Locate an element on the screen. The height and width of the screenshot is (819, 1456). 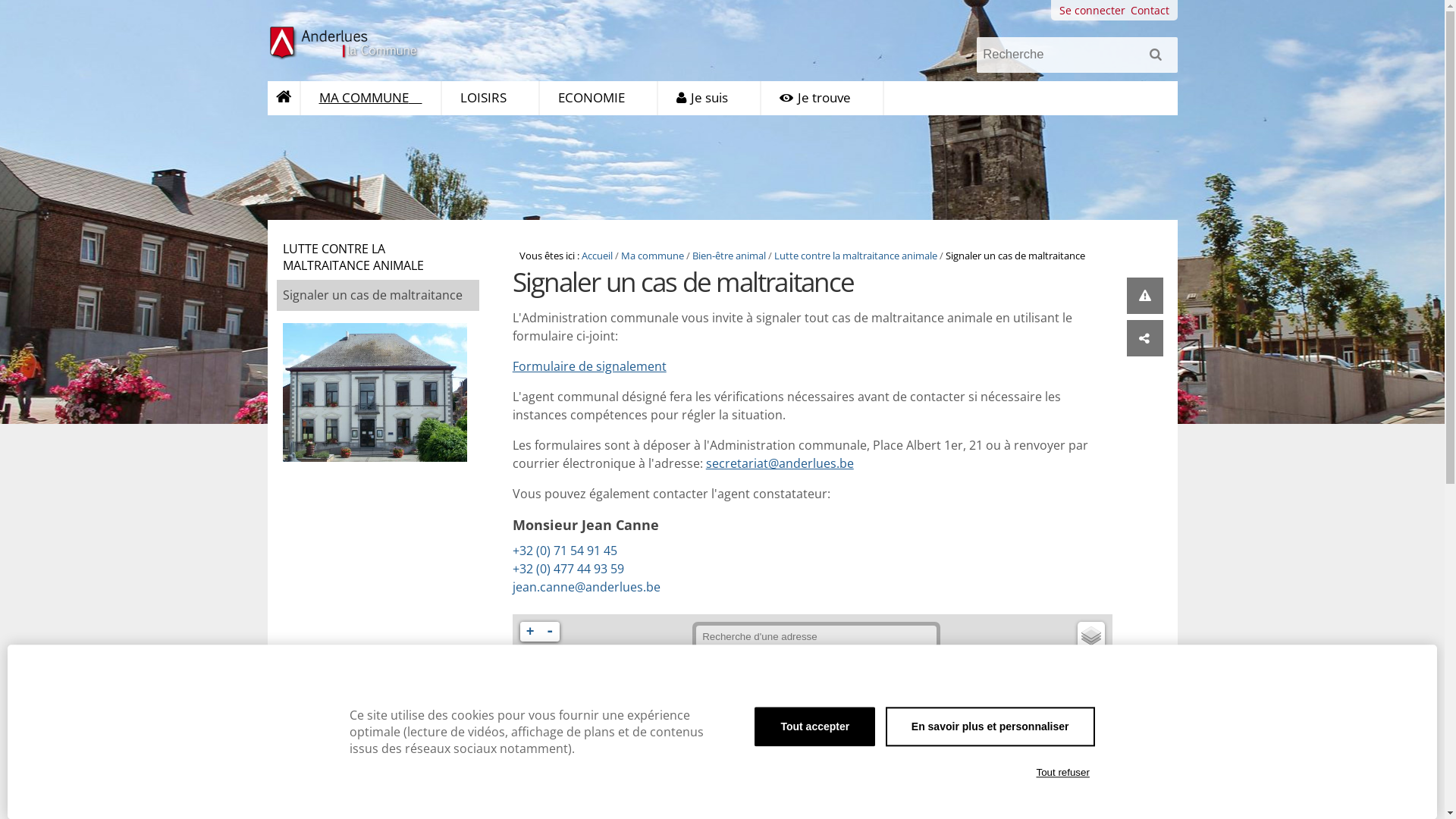
'Contact' is located at coordinates (1150, 10).